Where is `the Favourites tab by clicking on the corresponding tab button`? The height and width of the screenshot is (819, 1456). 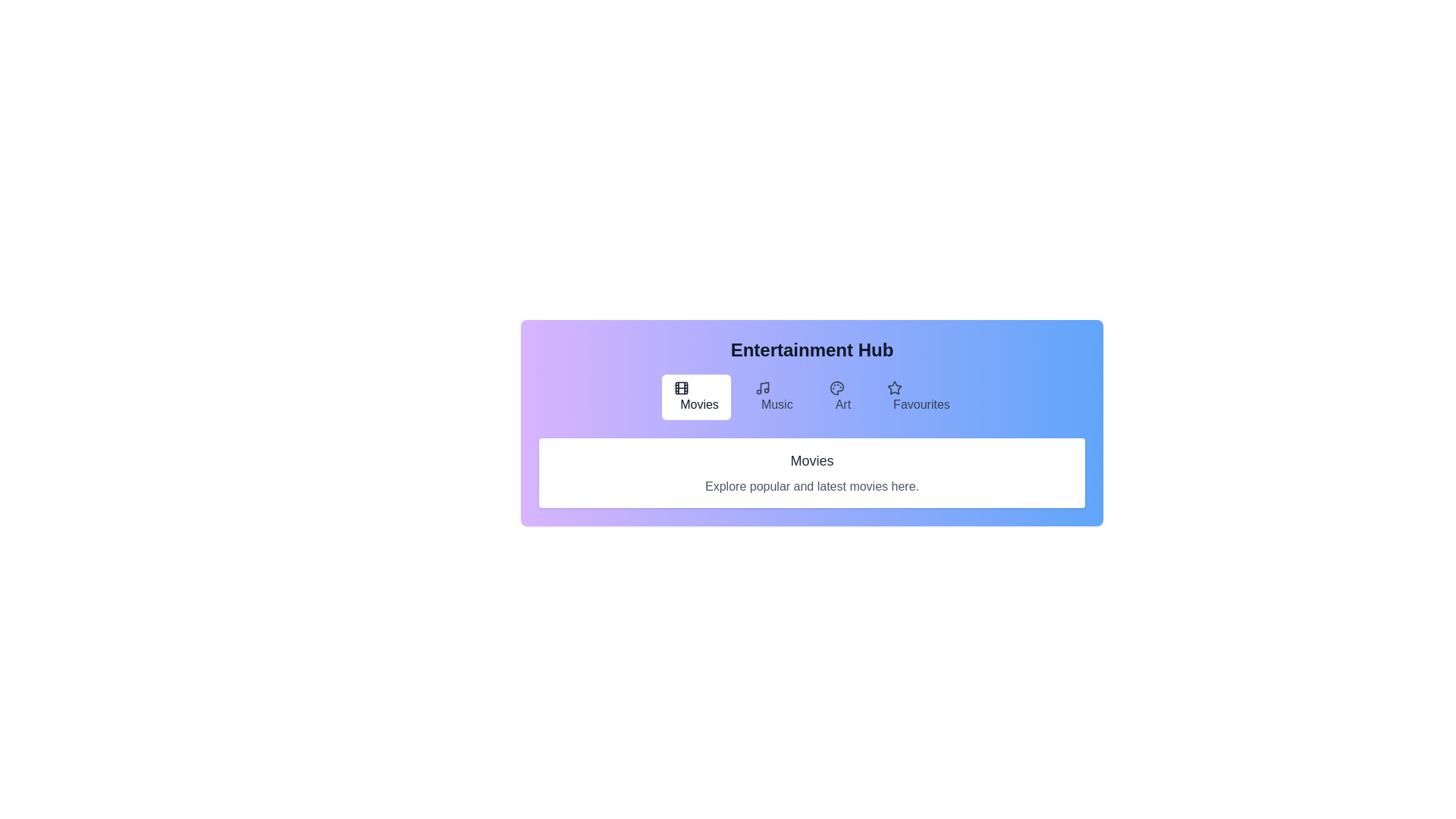
the Favourites tab by clicking on the corresponding tab button is located at coordinates (918, 397).